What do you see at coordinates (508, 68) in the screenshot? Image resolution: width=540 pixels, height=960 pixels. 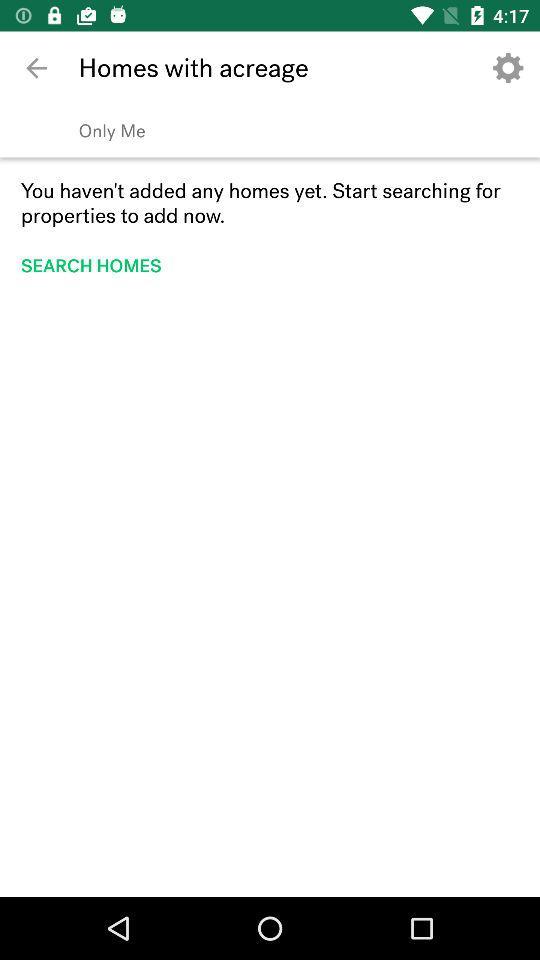 I see `item at the top right corner` at bounding box center [508, 68].